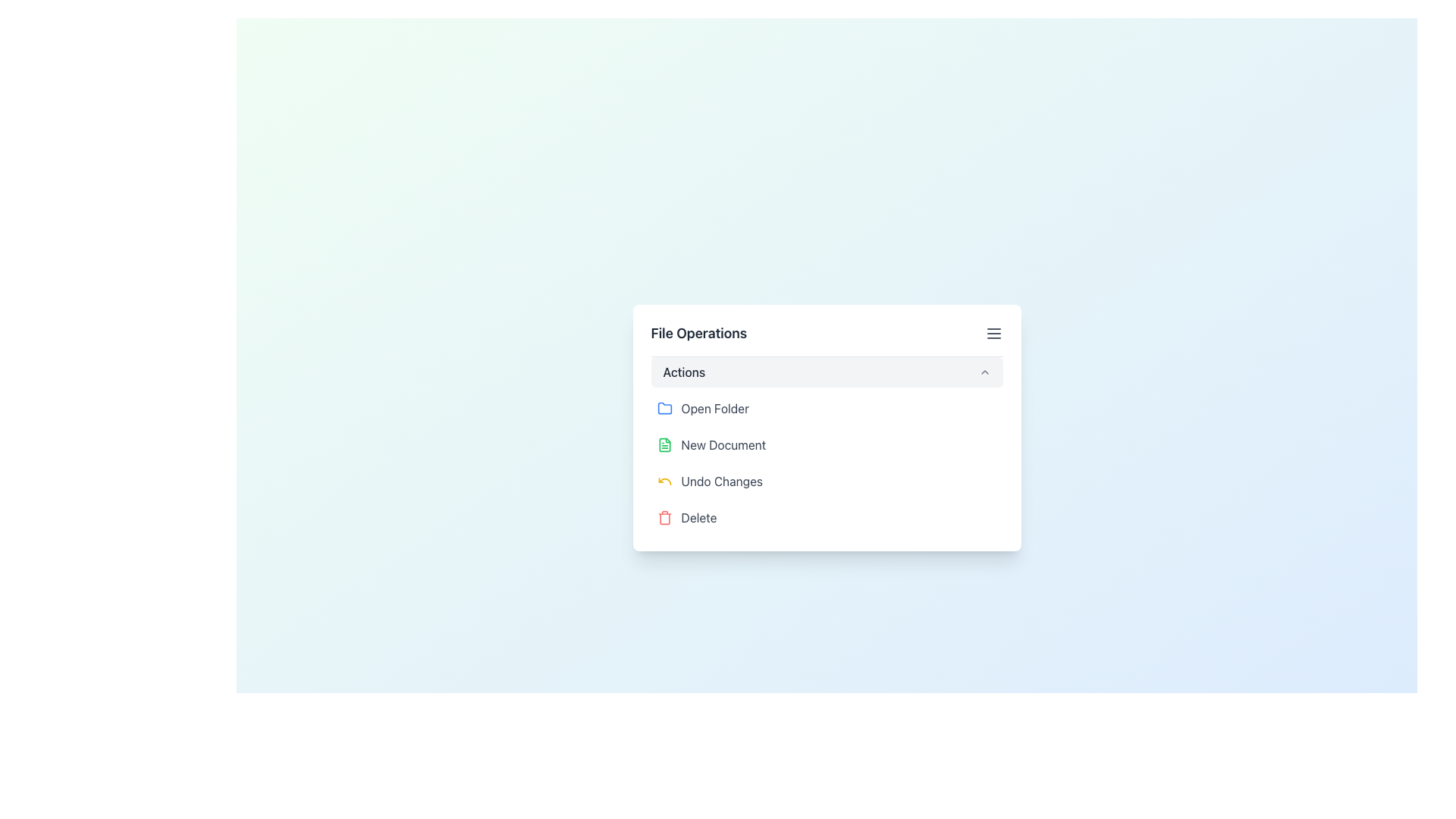  What do you see at coordinates (664, 407) in the screenshot?
I see `the blue folder icon located to the left of the 'Open Folder' text in the menu item to interact with the folder function` at bounding box center [664, 407].